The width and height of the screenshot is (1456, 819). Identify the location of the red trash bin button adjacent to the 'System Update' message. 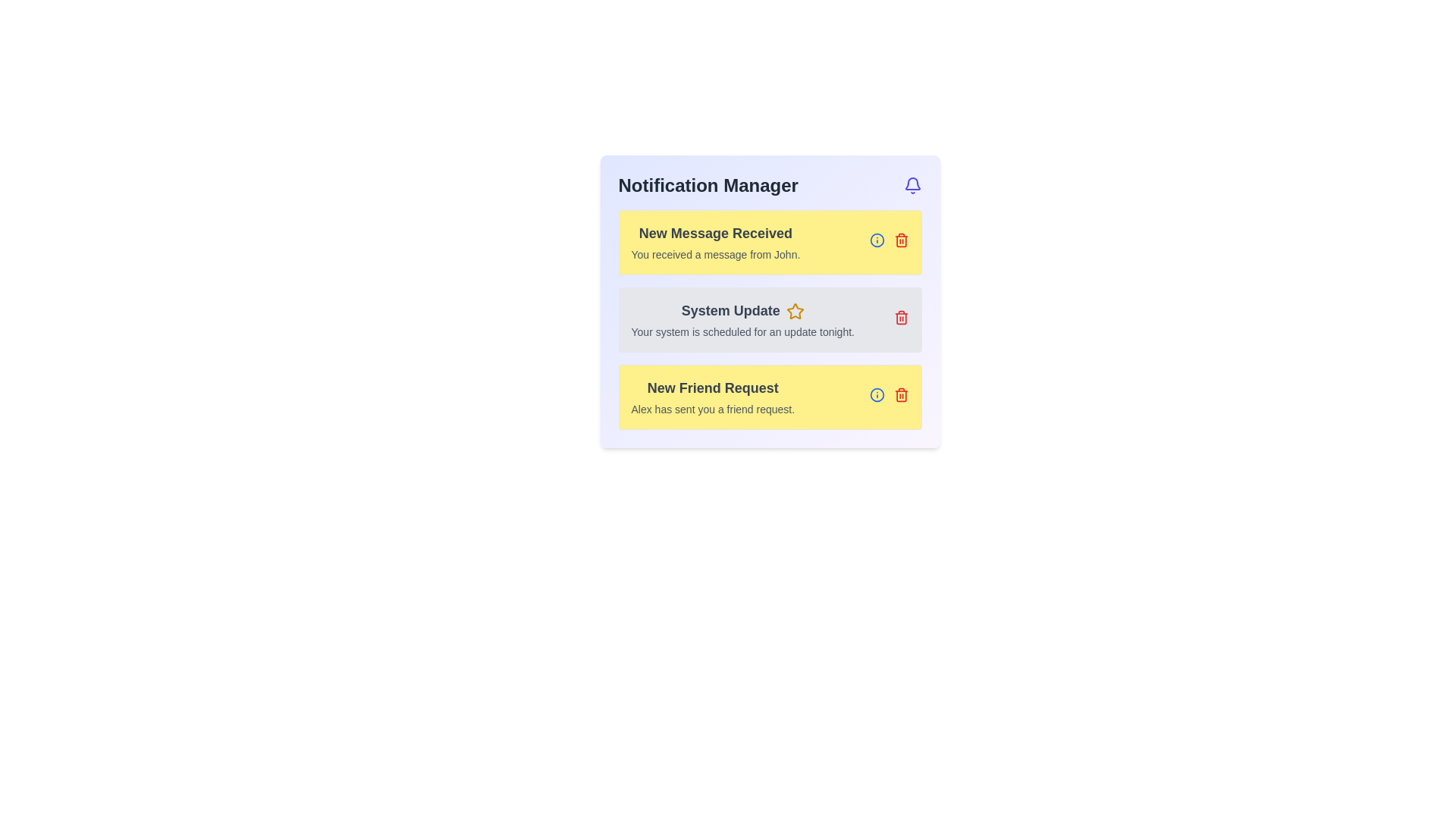
(901, 318).